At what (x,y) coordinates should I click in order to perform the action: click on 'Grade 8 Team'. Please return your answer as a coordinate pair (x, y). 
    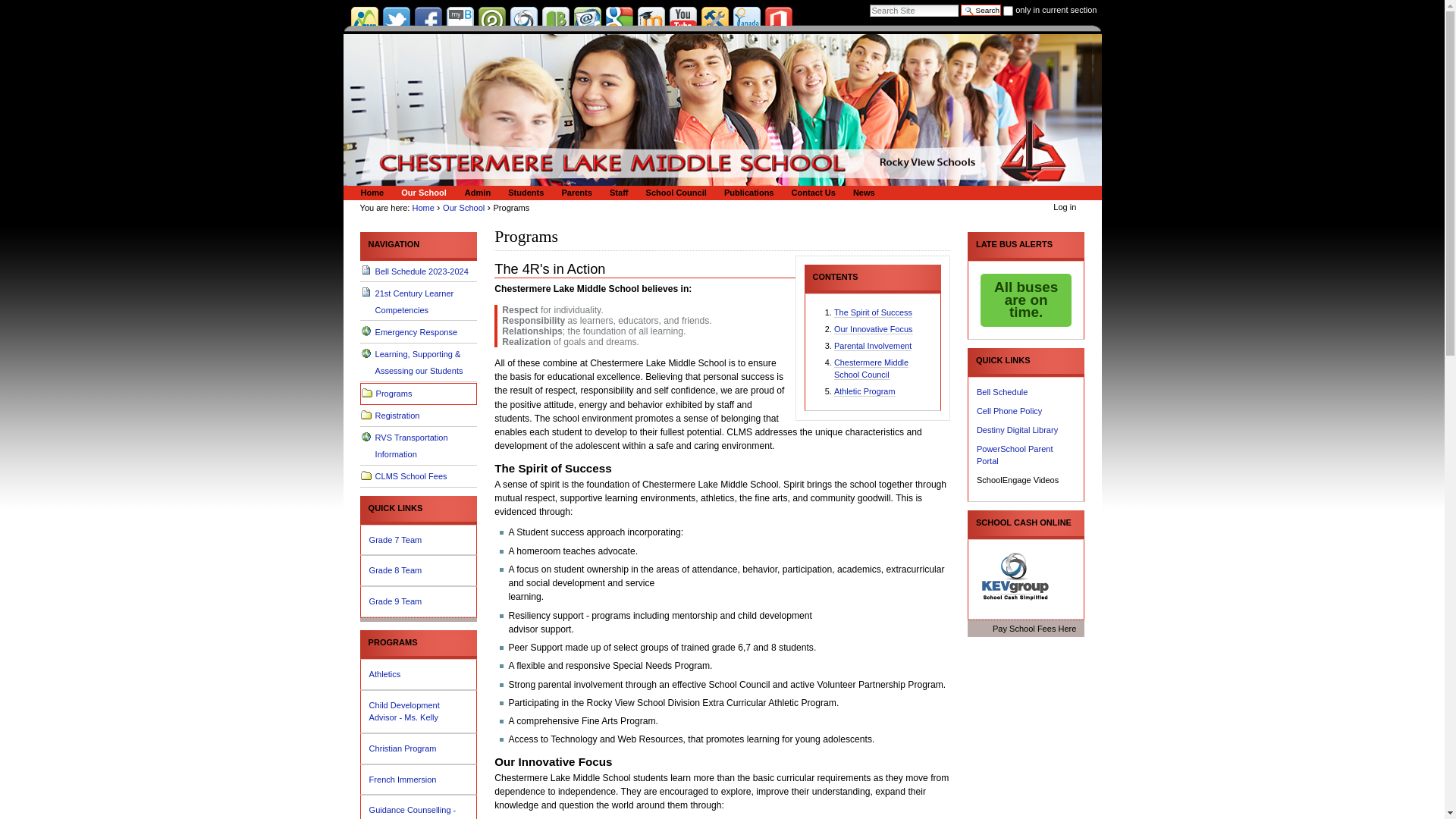
    Looking at the image, I should click on (419, 570).